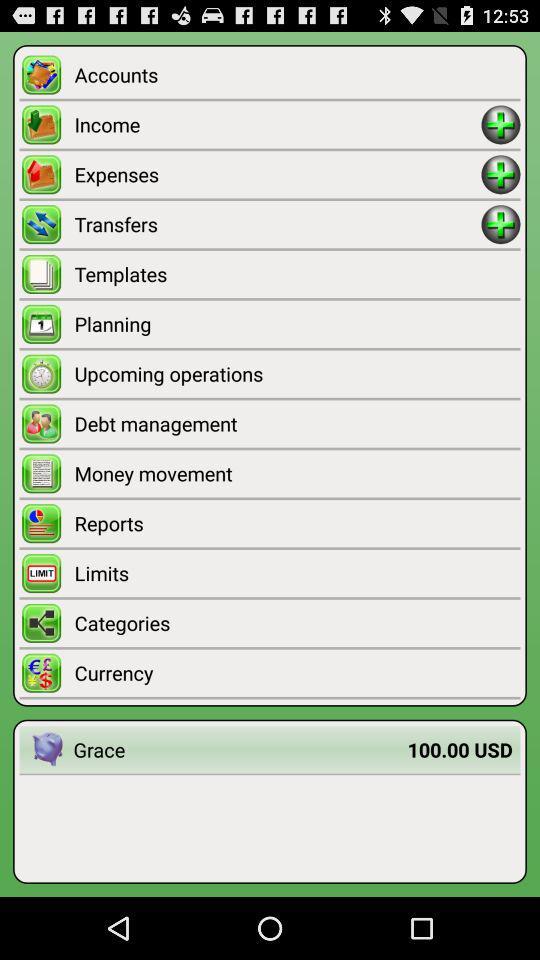 The width and height of the screenshot is (540, 960). What do you see at coordinates (296, 522) in the screenshot?
I see `the app below the money movement item` at bounding box center [296, 522].